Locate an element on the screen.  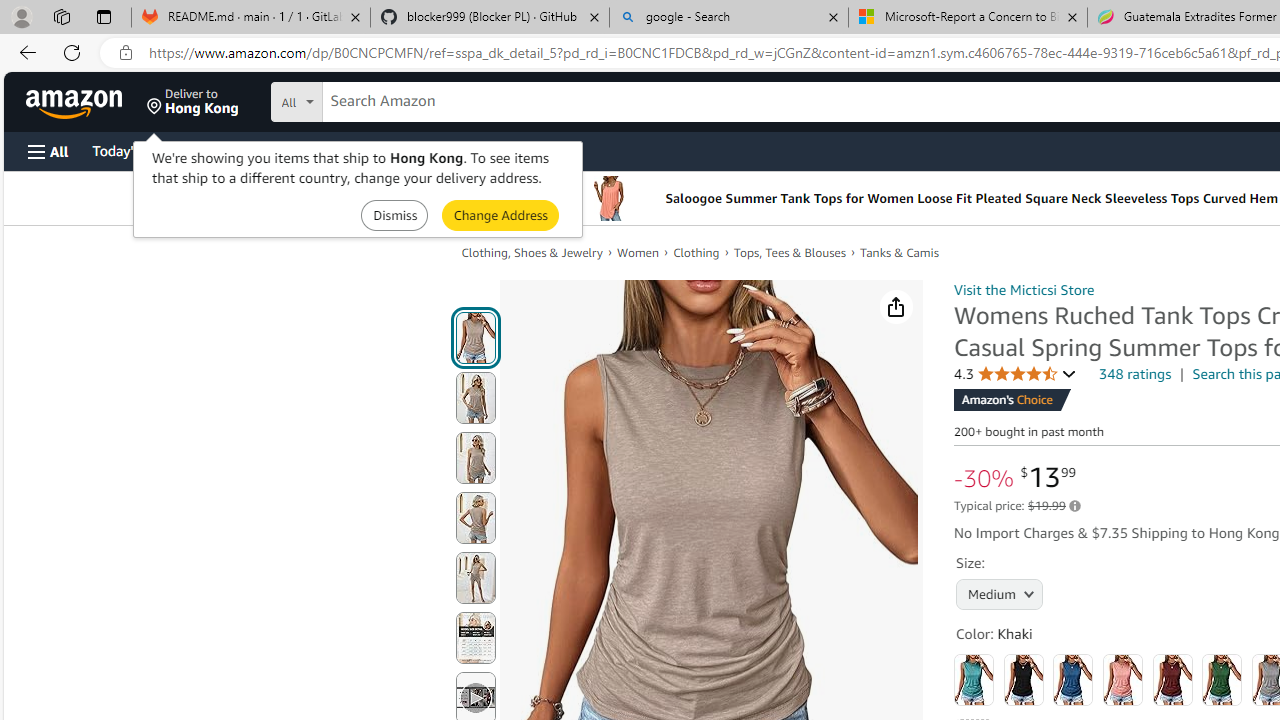
'Green' is located at coordinates (1221, 679).